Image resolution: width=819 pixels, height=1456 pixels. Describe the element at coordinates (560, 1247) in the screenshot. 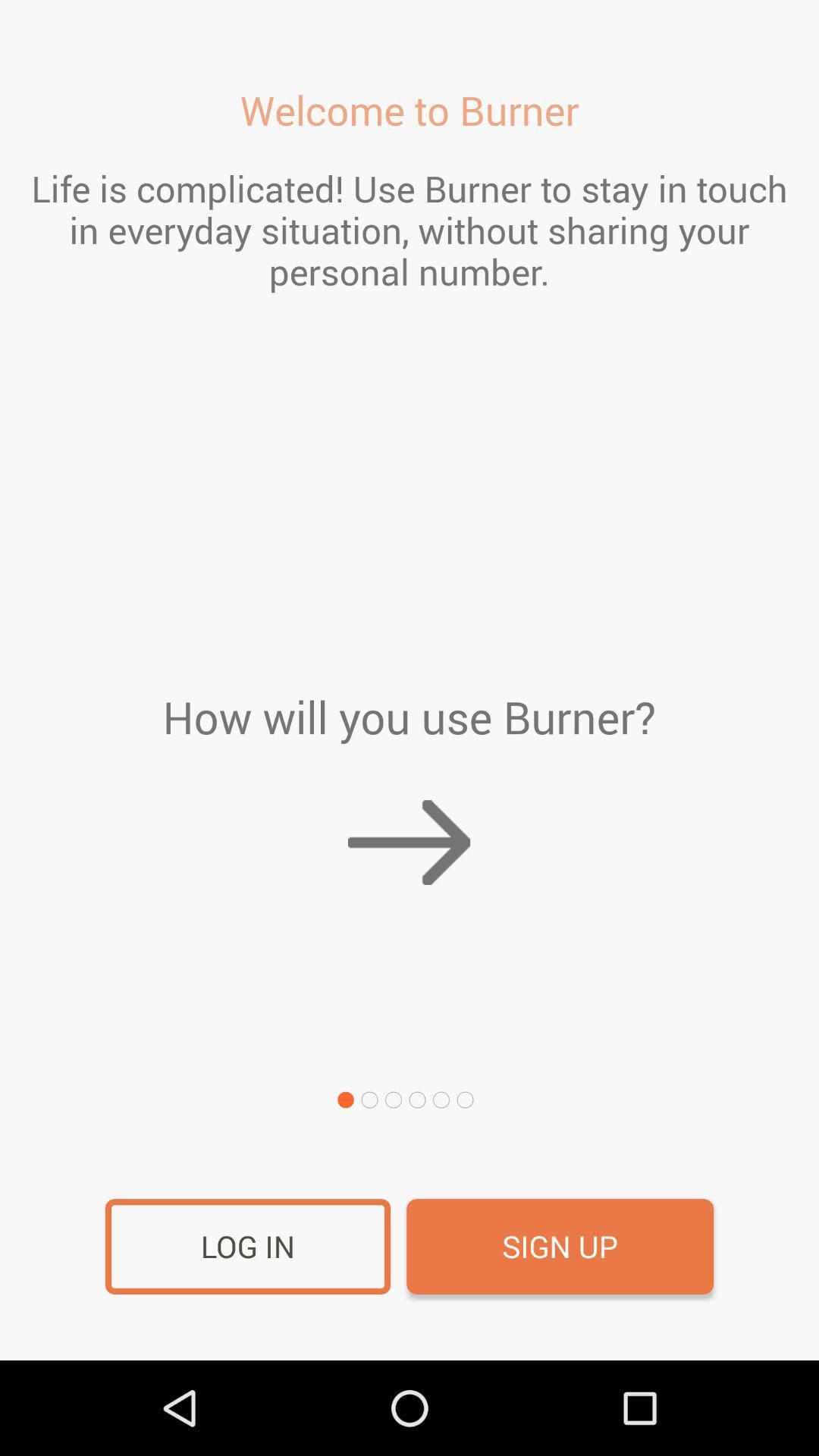

I see `sign up` at that location.